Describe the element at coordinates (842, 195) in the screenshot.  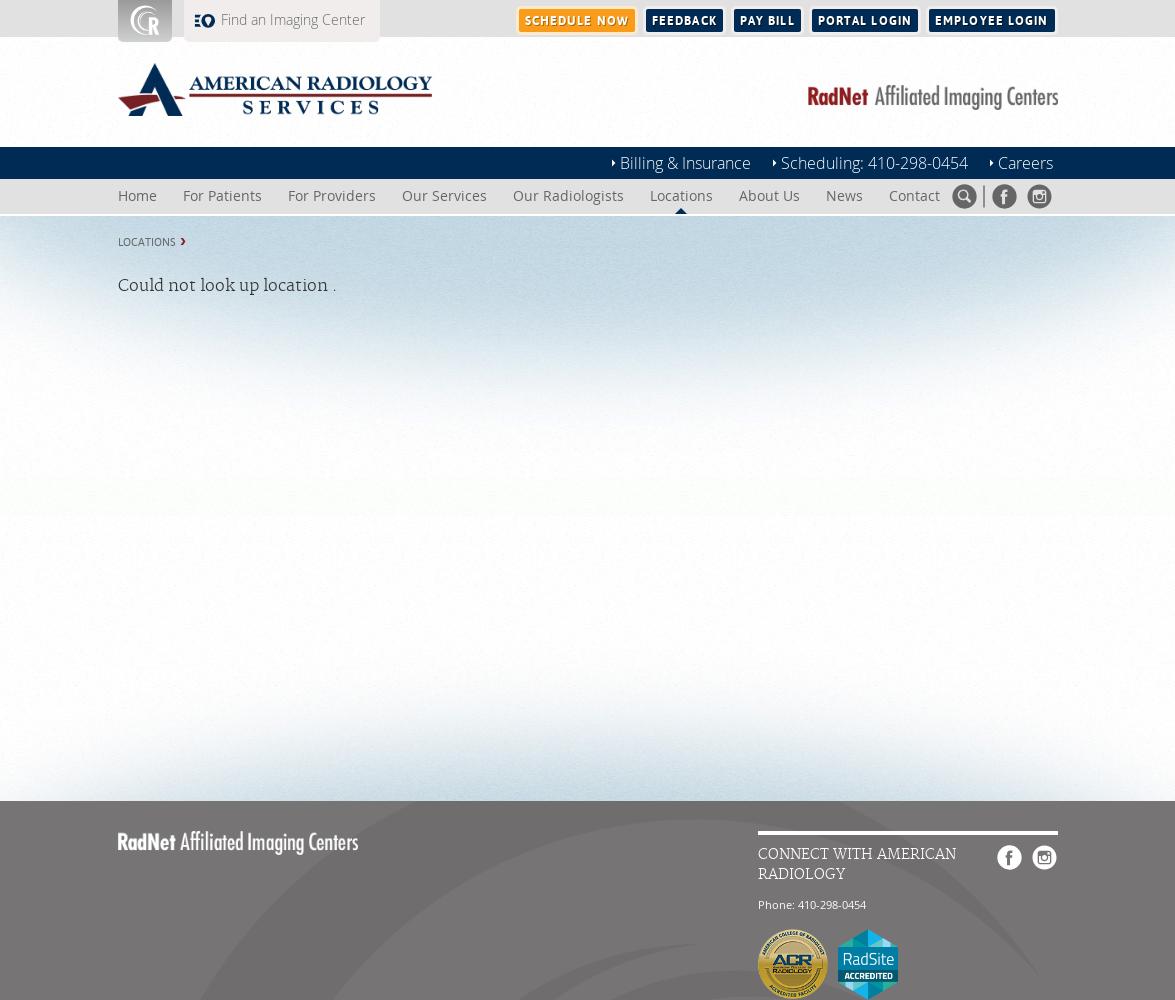
I see `'News'` at that location.